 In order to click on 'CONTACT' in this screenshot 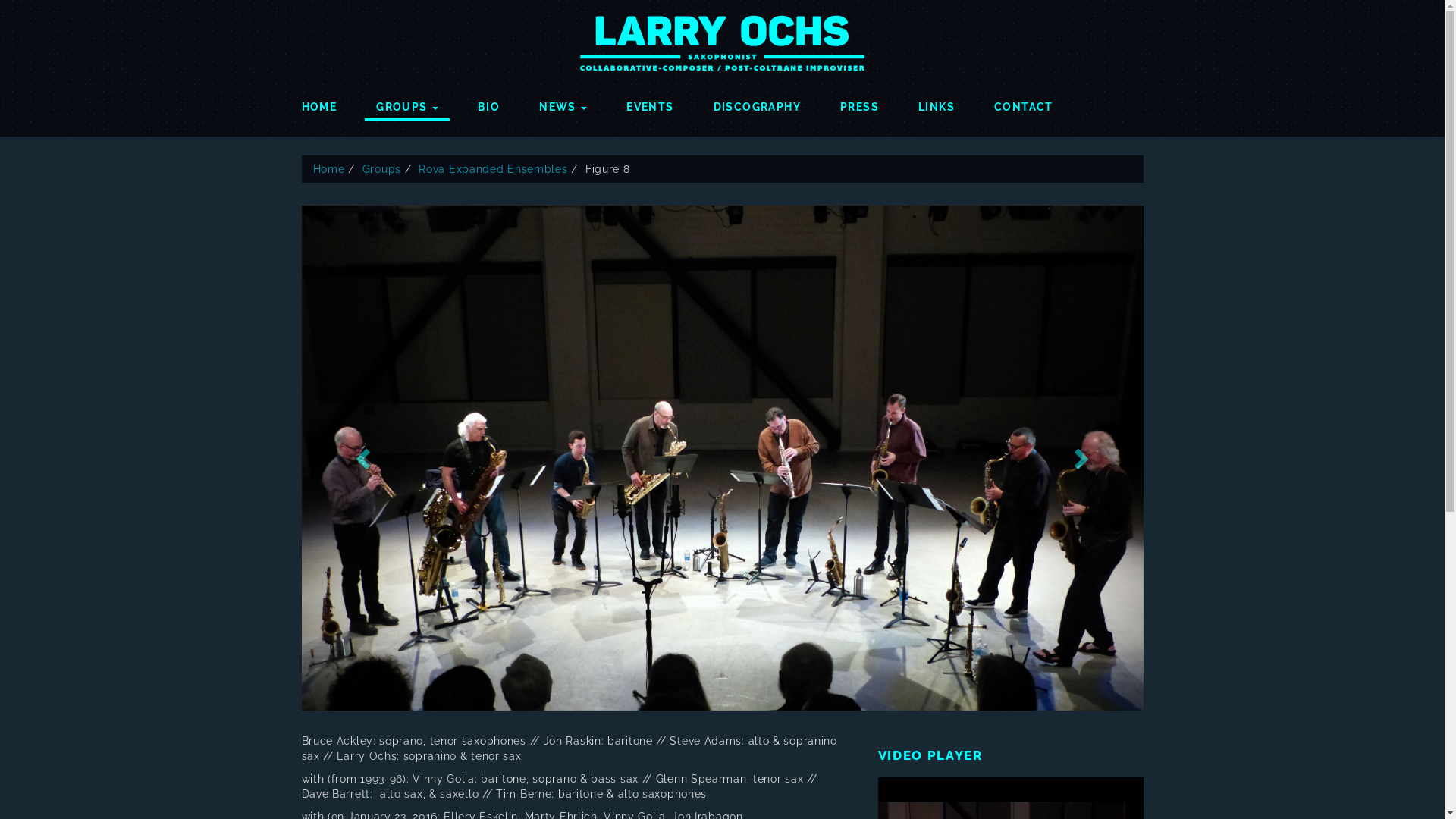, I will do `click(1023, 102)`.